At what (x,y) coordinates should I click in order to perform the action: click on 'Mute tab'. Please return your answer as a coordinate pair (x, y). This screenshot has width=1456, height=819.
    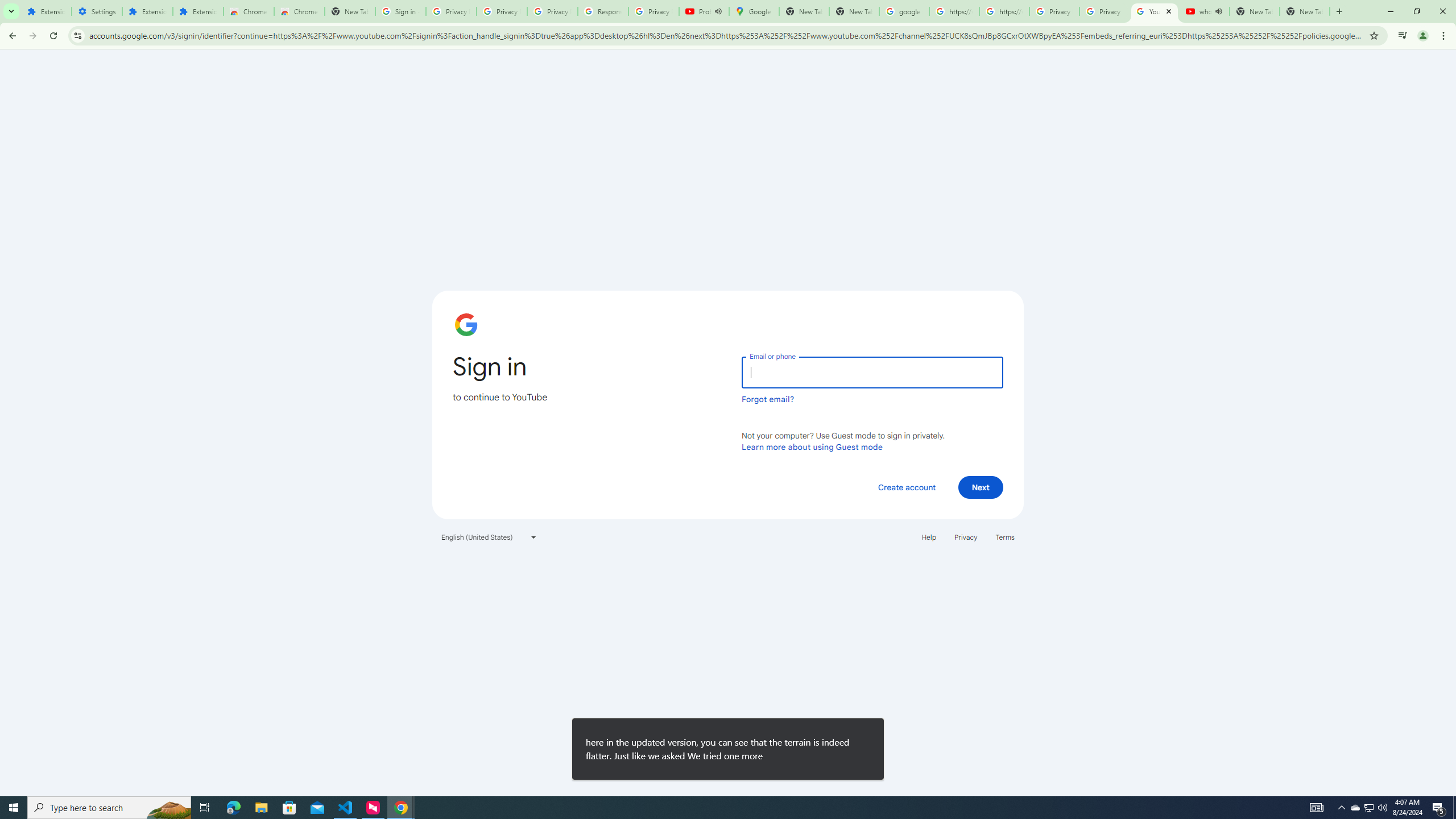
    Looking at the image, I should click on (1218, 11).